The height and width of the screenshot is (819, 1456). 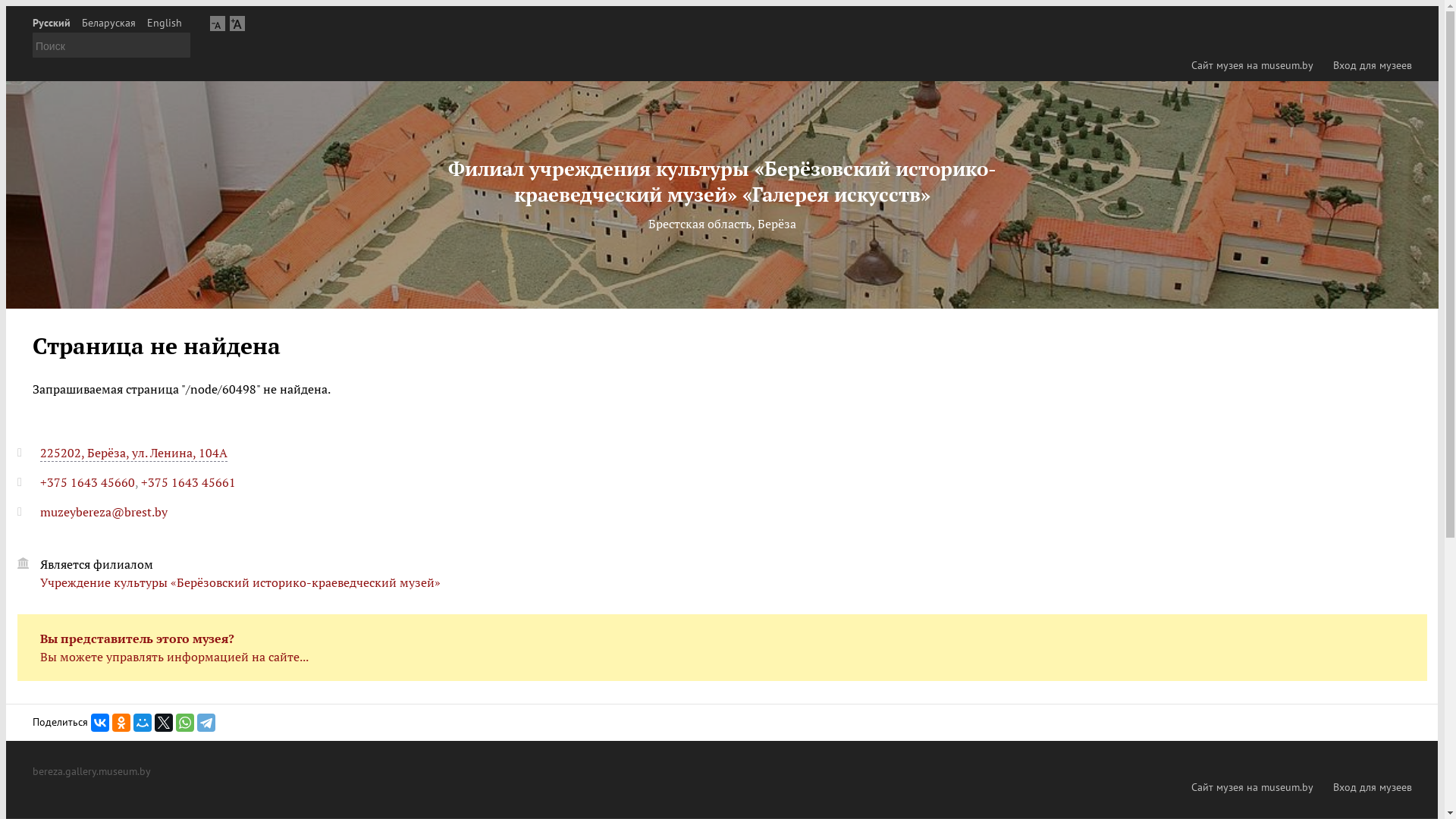 What do you see at coordinates (206, 721) in the screenshot?
I see `'Telegram'` at bounding box center [206, 721].